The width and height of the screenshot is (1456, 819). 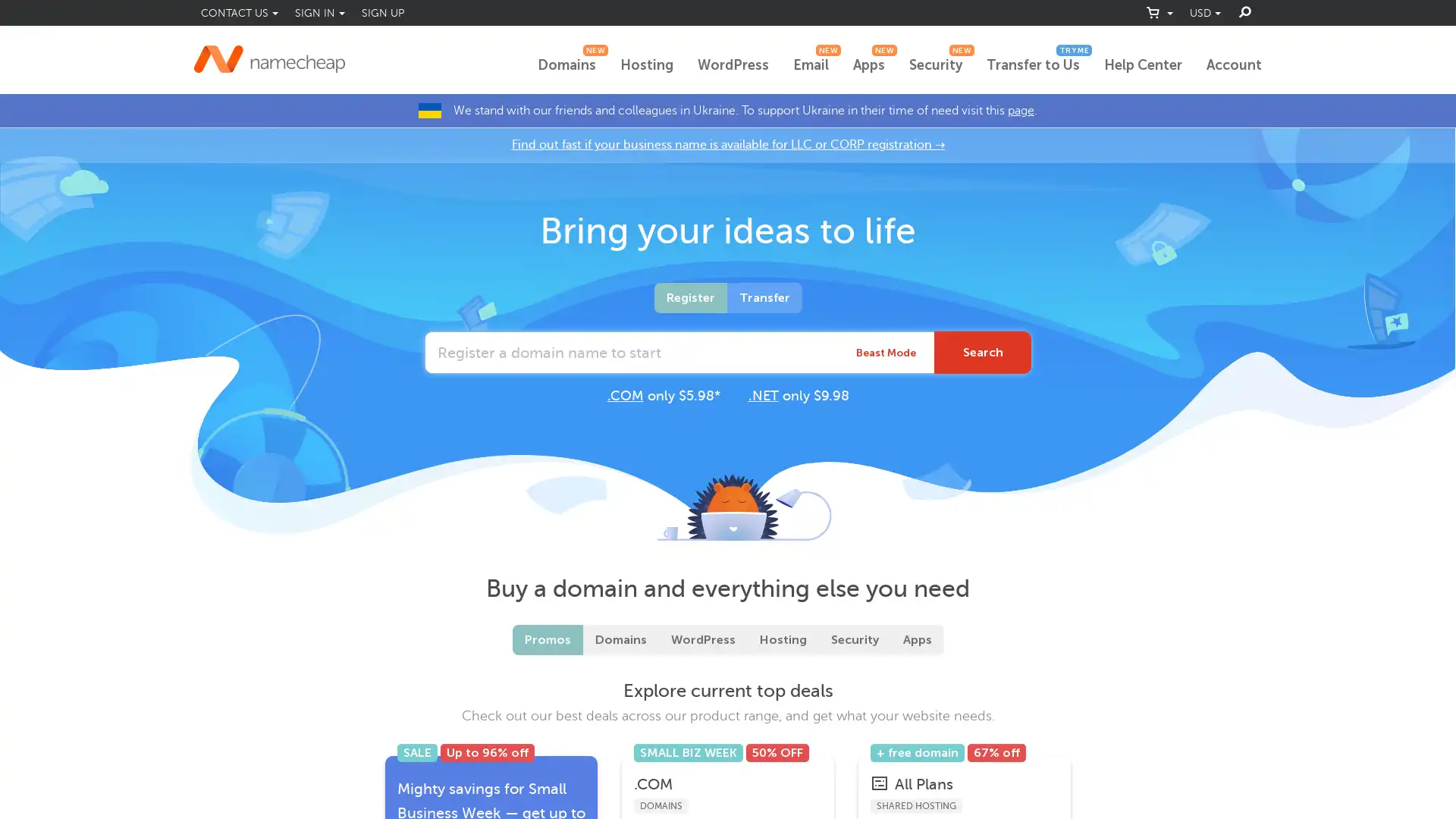 I want to click on Beast Mode, so click(x=886, y=353).